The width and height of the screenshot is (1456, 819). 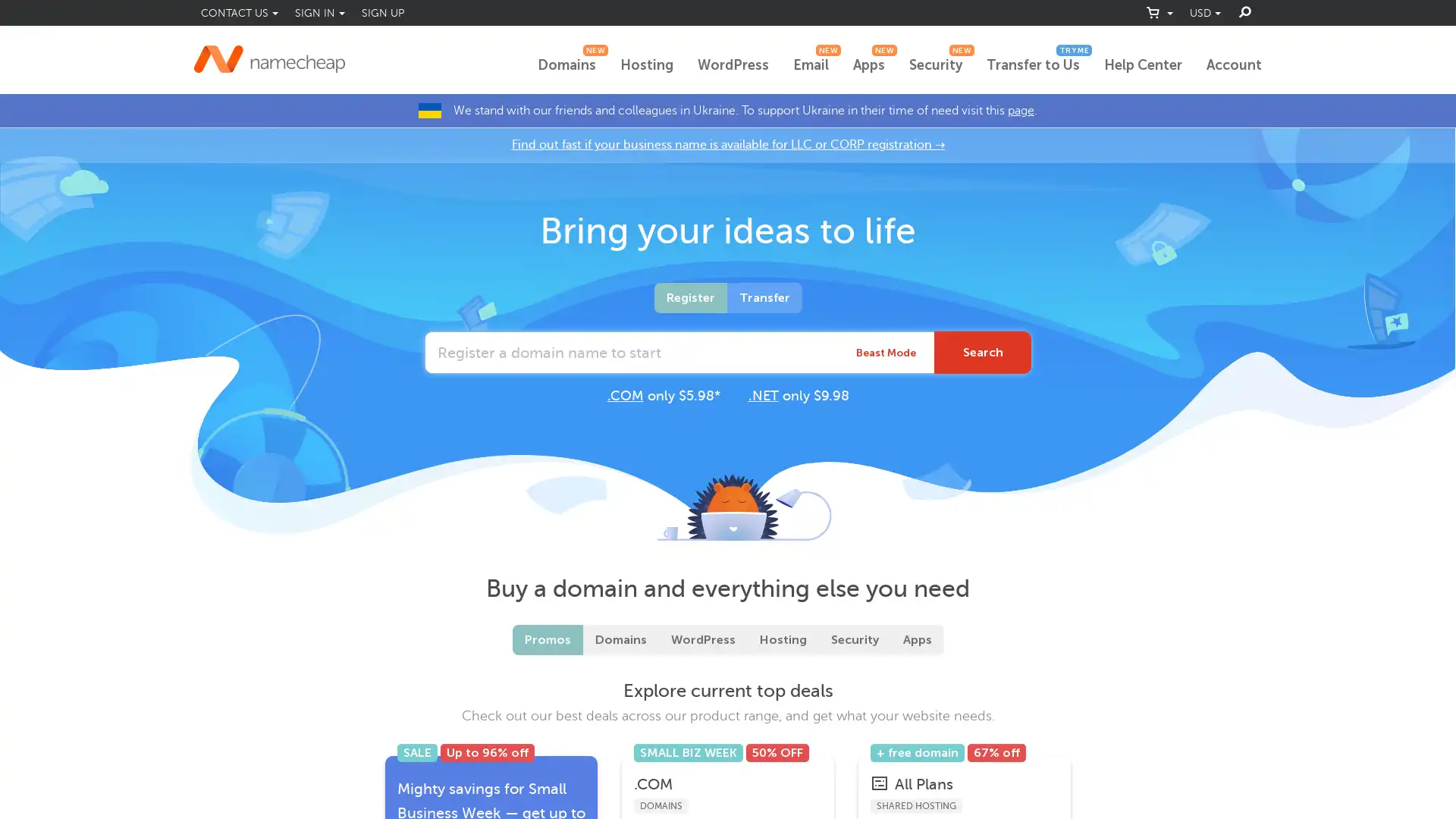 I want to click on Beast Mode, so click(x=886, y=353).